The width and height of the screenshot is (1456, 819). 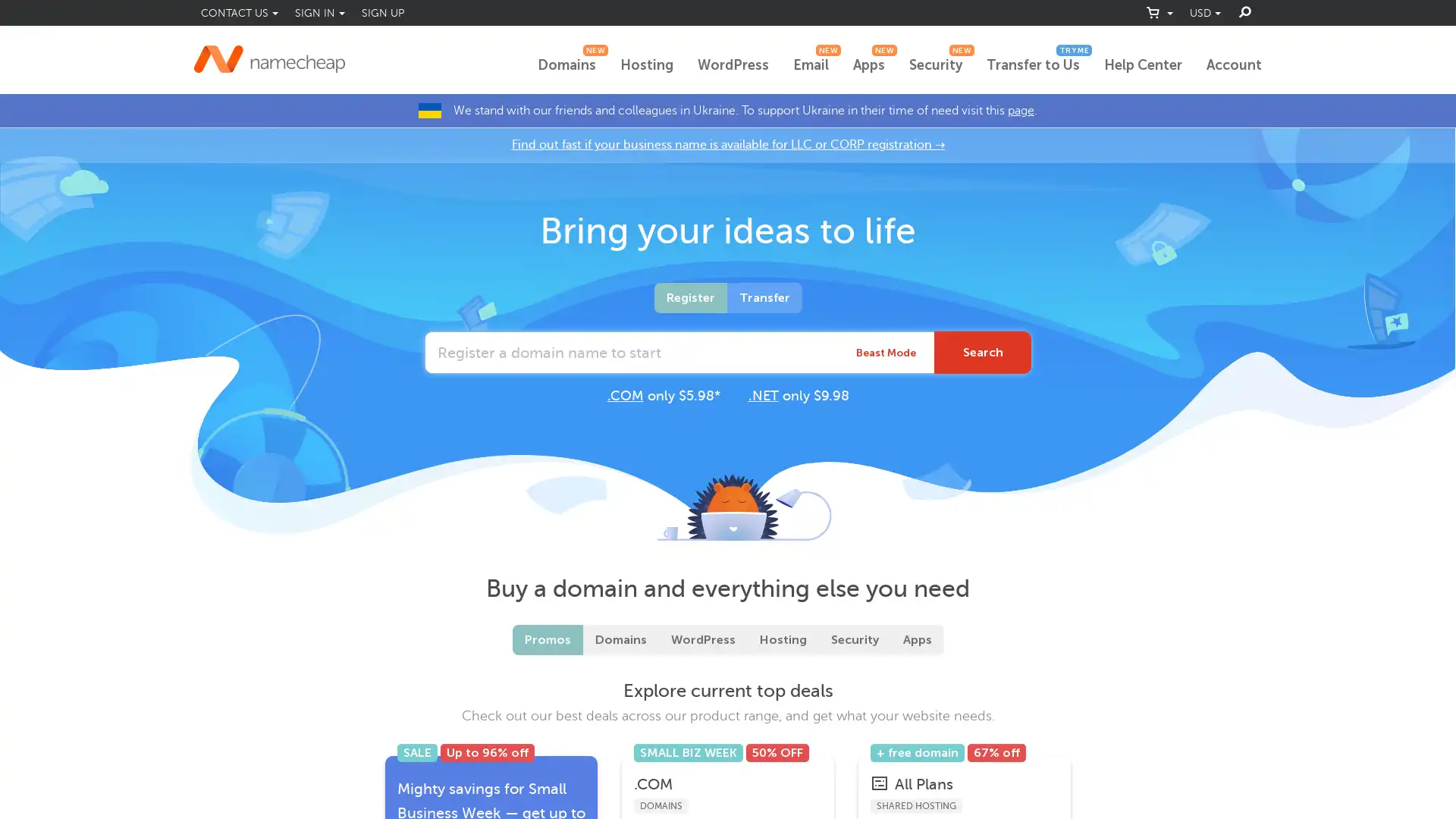 I want to click on Beast Mode, so click(x=886, y=353).